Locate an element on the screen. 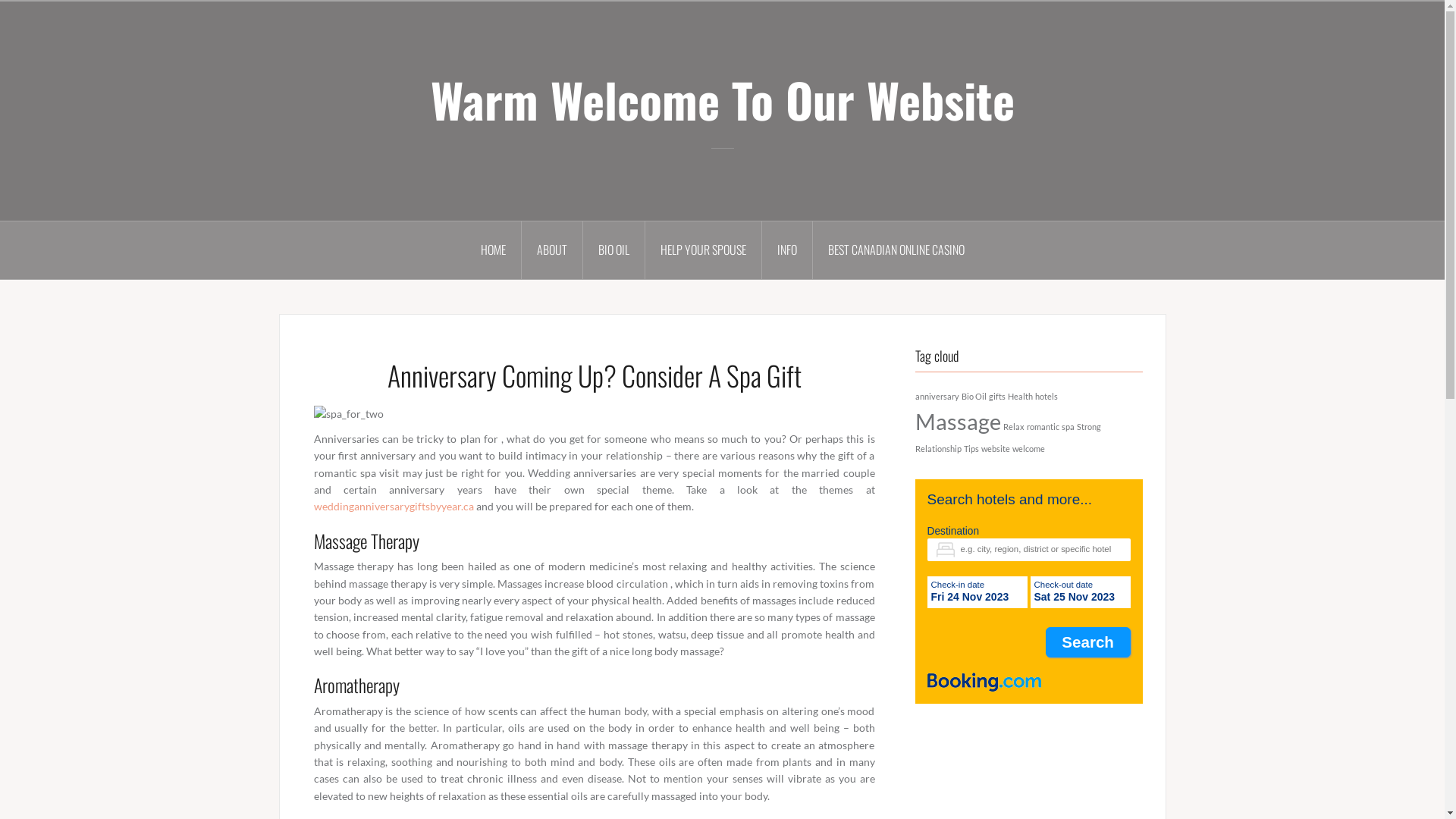  'HELP YOUR SPOUSE' is located at coordinates (701, 249).